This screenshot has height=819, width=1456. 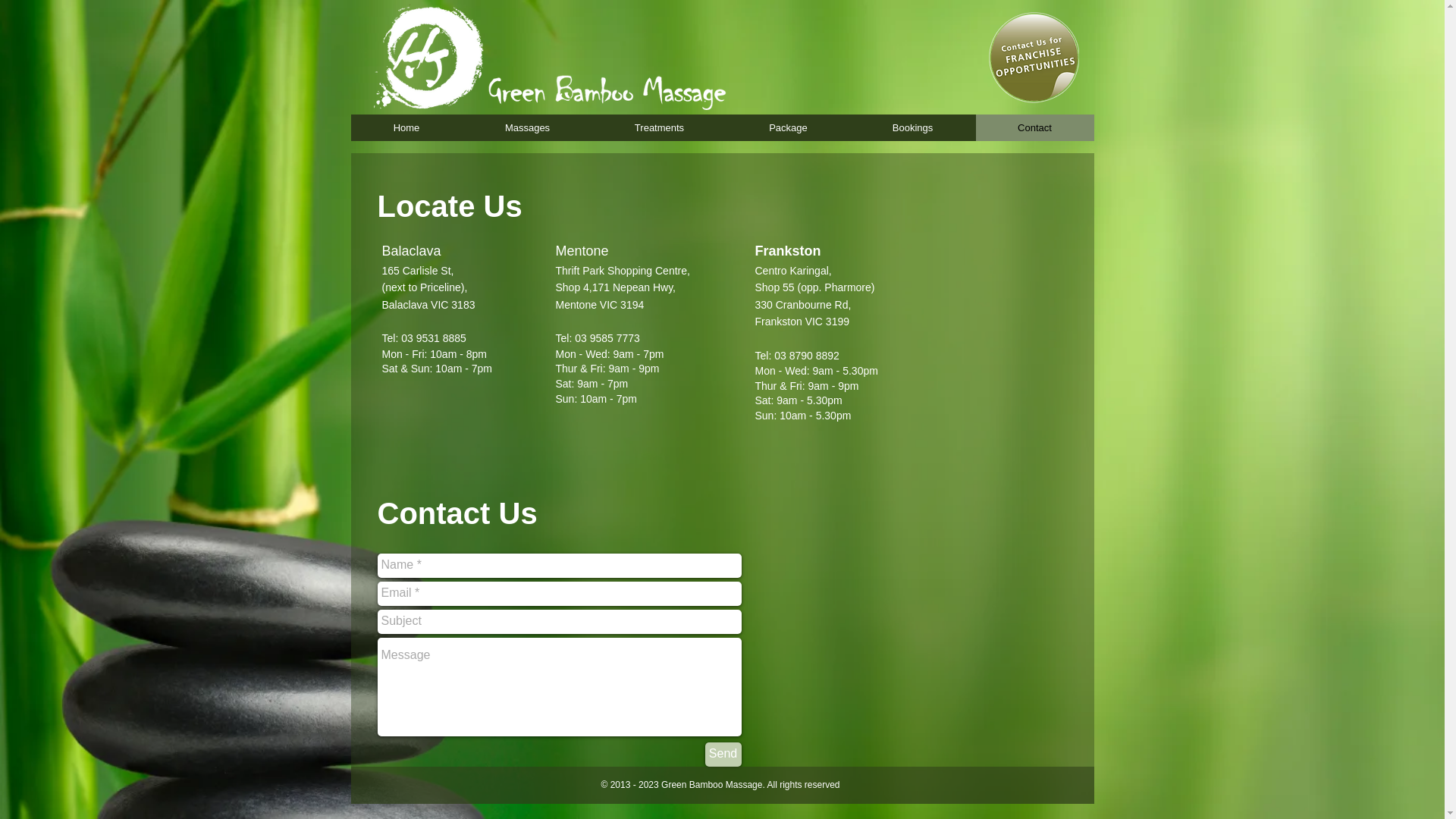 What do you see at coordinates (911, 127) in the screenshot?
I see `'Bookings'` at bounding box center [911, 127].